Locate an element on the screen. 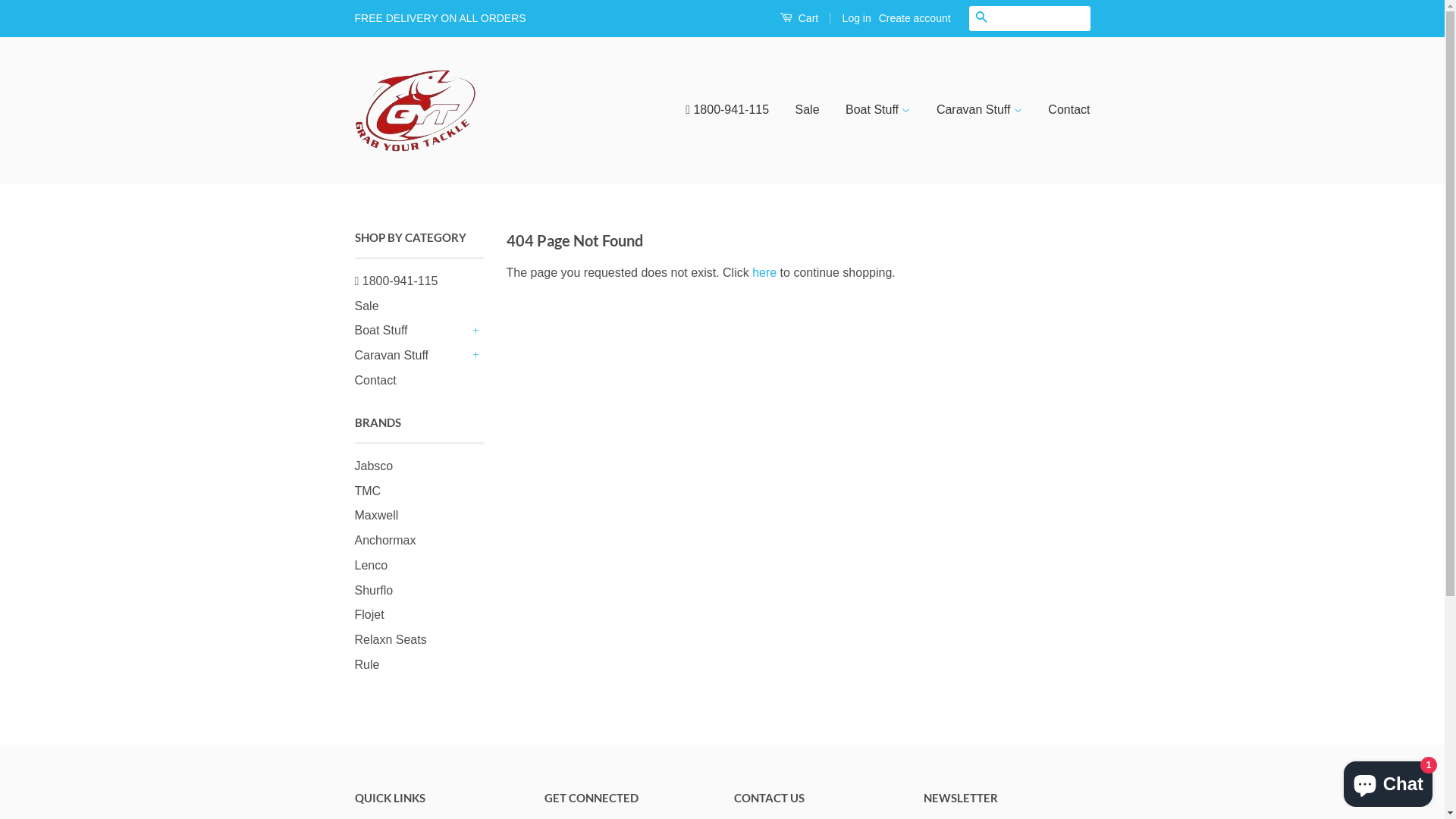 This screenshot has height=819, width=1456. 'Flojet' is located at coordinates (369, 614).